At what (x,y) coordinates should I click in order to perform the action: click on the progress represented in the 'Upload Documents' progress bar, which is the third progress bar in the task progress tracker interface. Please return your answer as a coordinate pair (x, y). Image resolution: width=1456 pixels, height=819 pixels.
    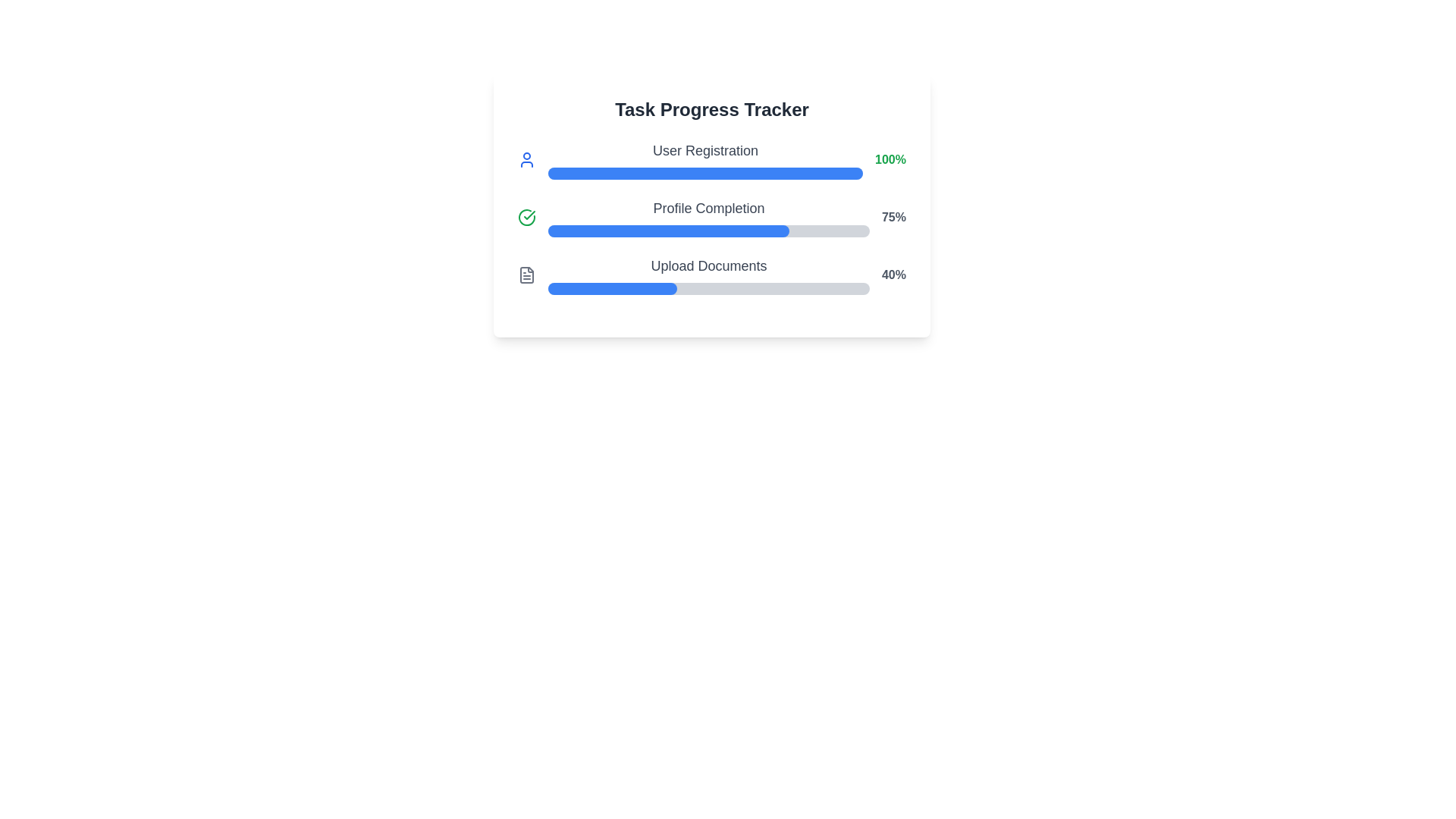
    Looking at the image, I should click on (708, 275).